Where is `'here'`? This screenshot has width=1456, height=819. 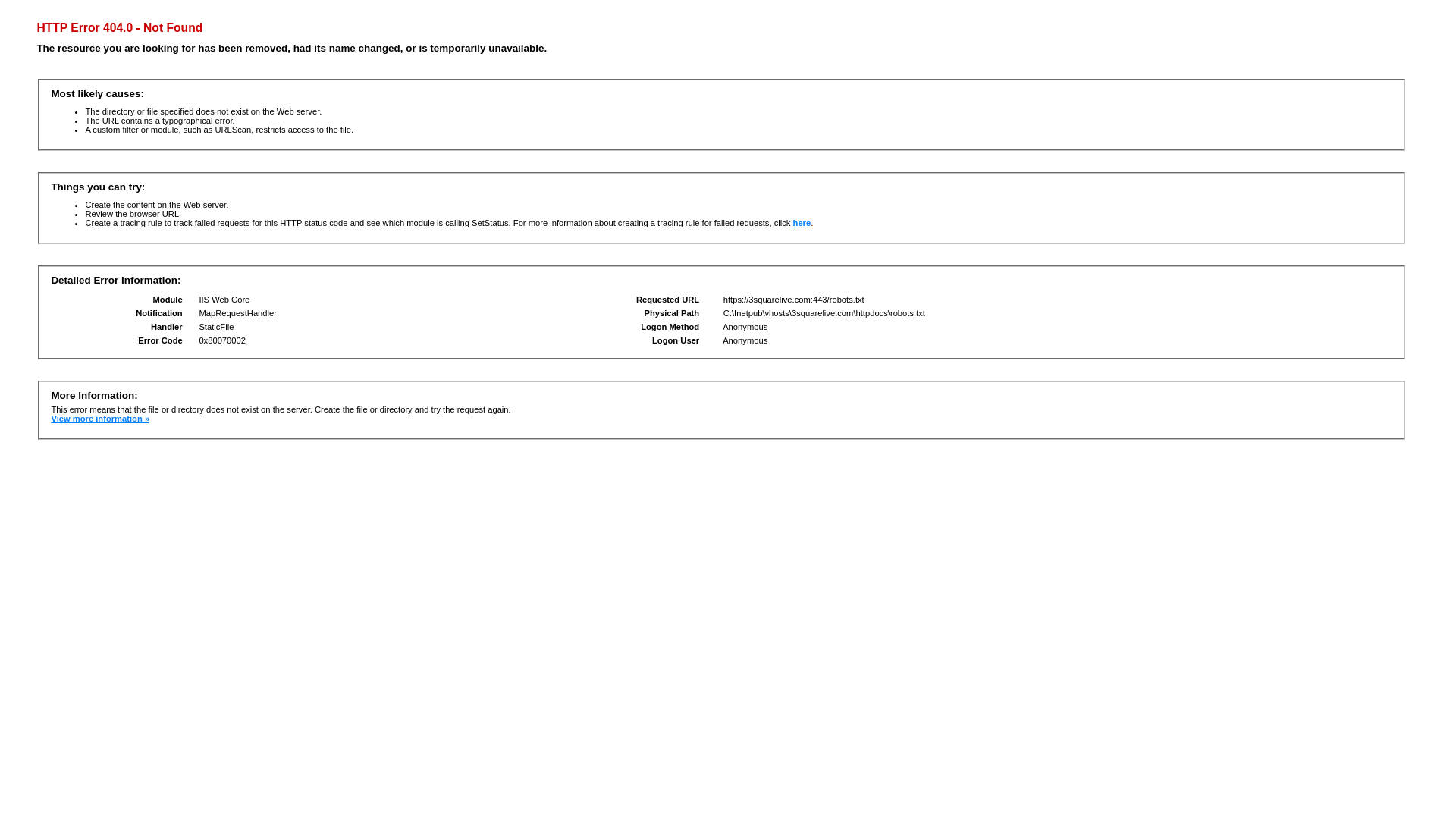 'here' is located at coordinates (792, 222).